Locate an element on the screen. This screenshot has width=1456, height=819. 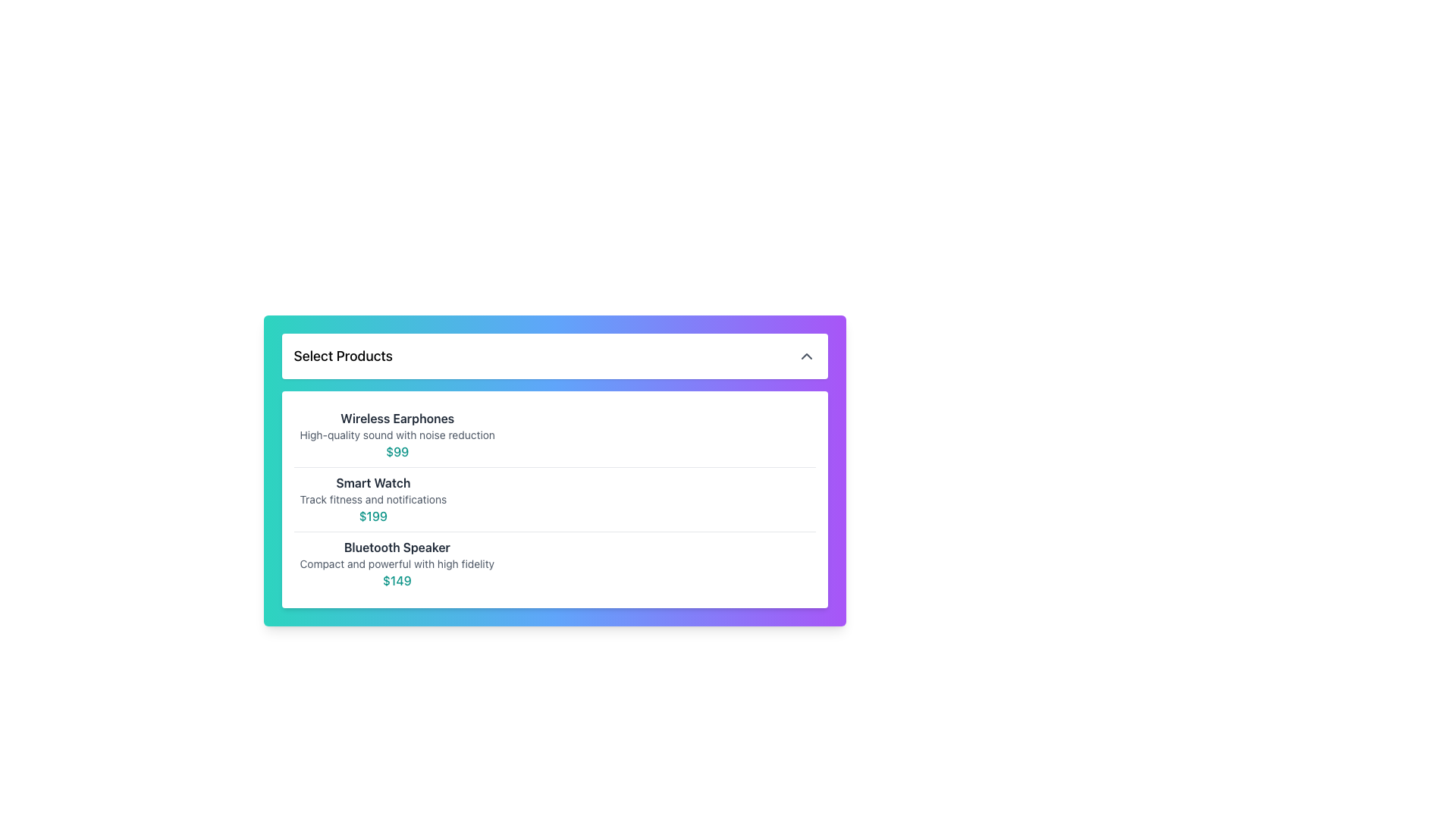
the text label at the top of the third product card is located at coordinates (397, 547).